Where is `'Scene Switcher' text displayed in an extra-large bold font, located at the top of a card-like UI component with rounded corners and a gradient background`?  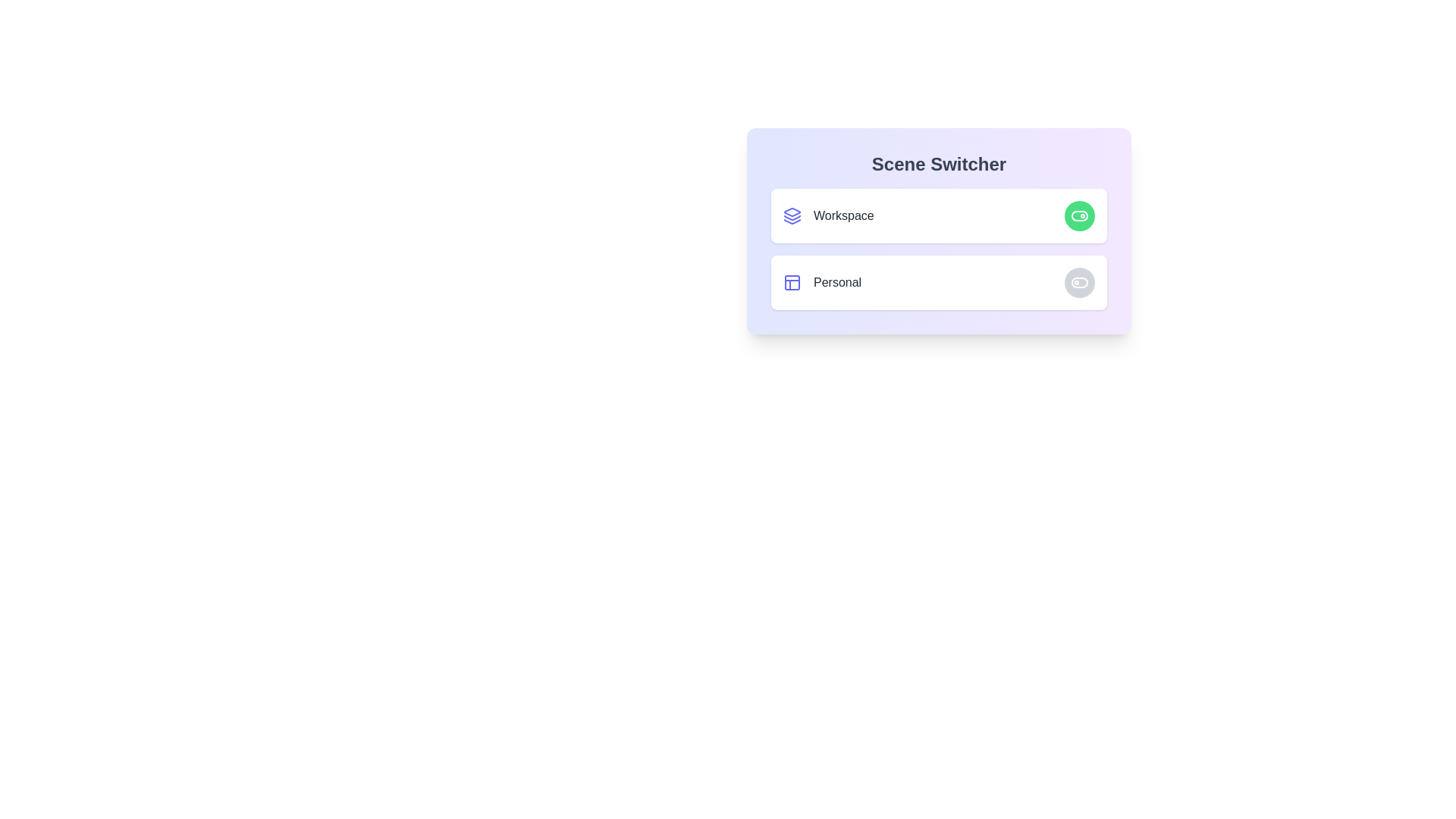
'Scene Switcher' text displayed in an extra-large bold font, located at the top of a card-like UI component with rounded corners and a gradient background is located at coordinates (938, 164).